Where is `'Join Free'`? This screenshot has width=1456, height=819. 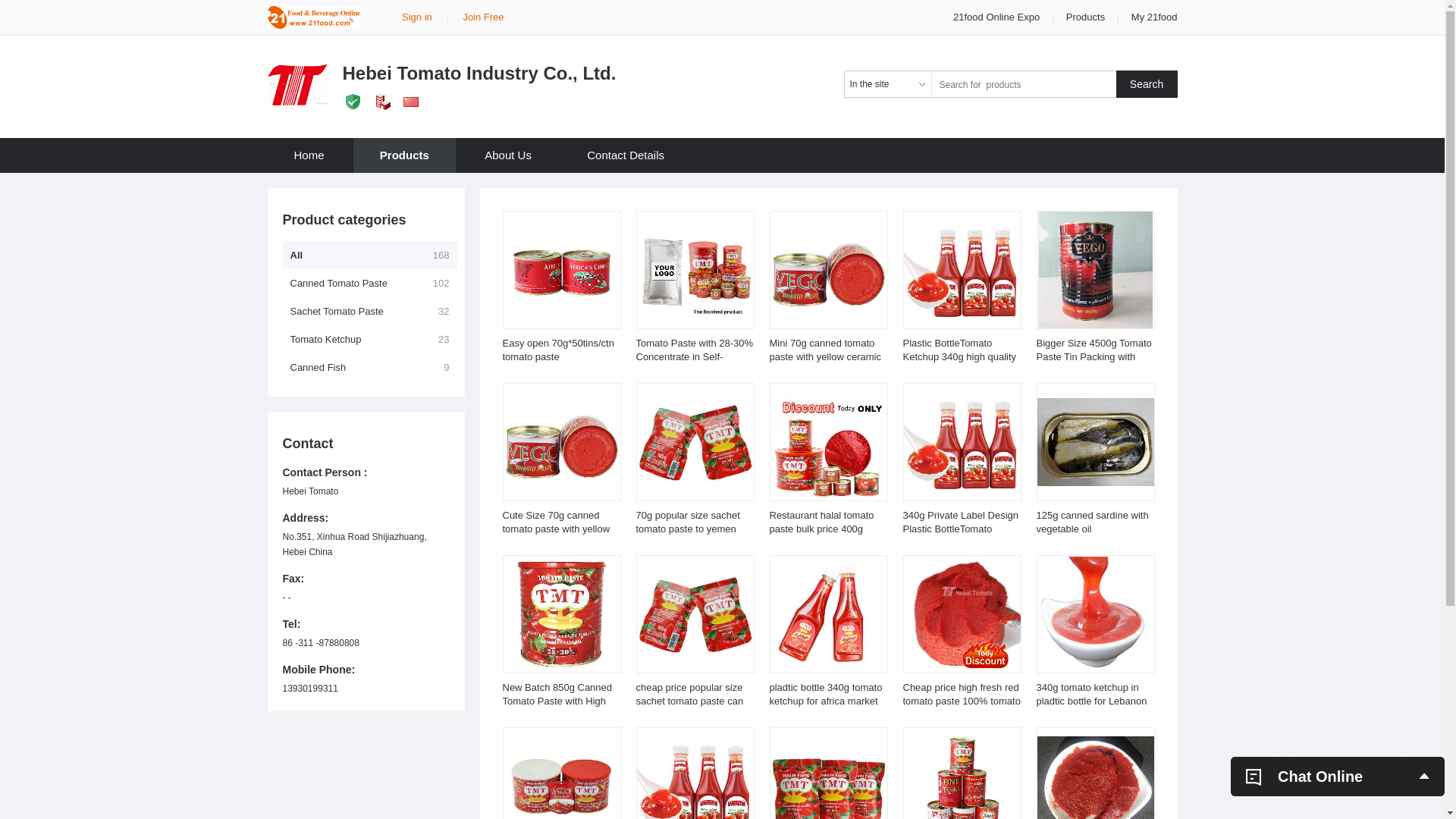 'Join Free' is located at coordinates (482, 17).